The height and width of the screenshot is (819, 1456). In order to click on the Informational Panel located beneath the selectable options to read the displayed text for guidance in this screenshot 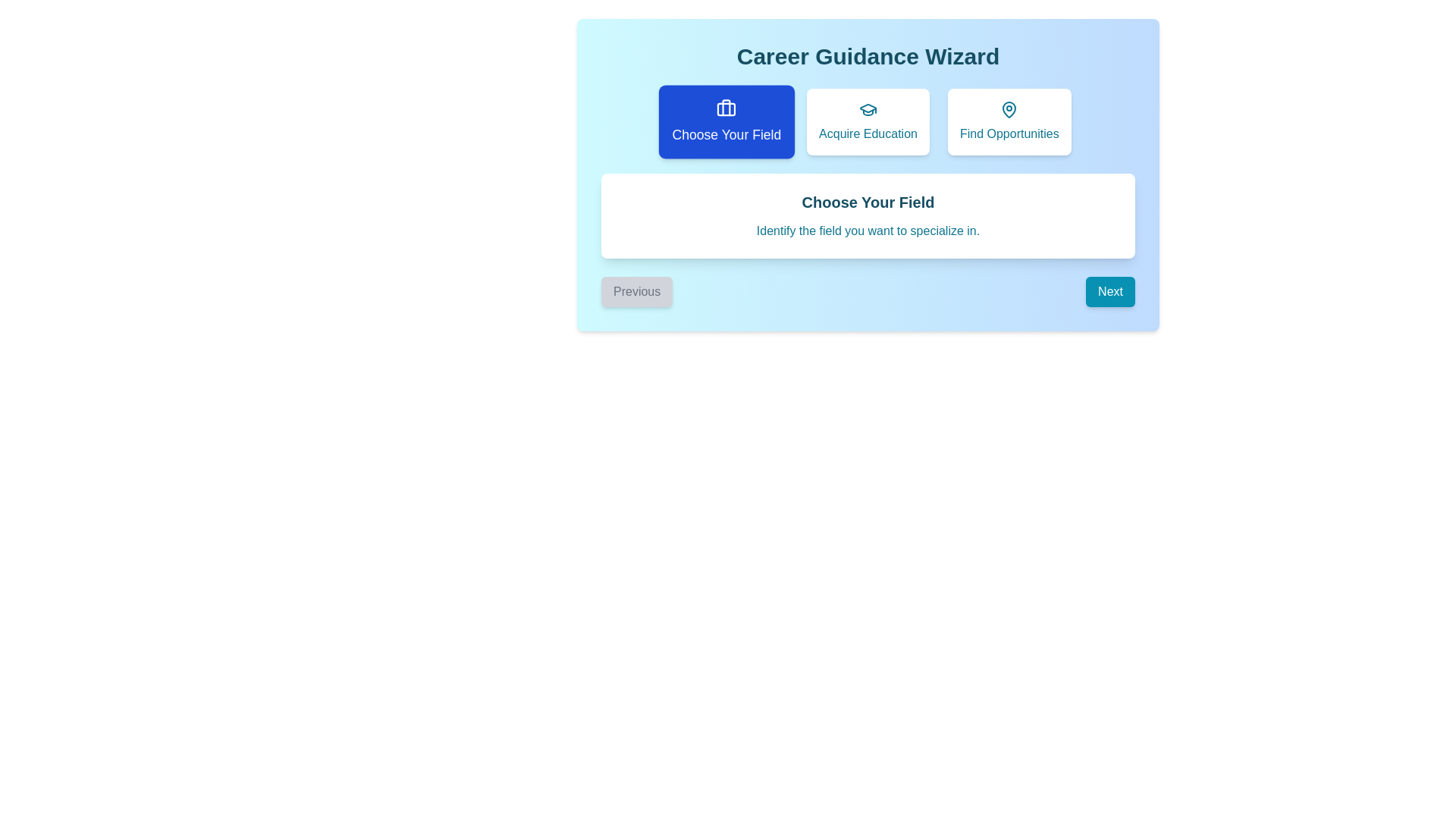, I will do `click(868, 216)`.